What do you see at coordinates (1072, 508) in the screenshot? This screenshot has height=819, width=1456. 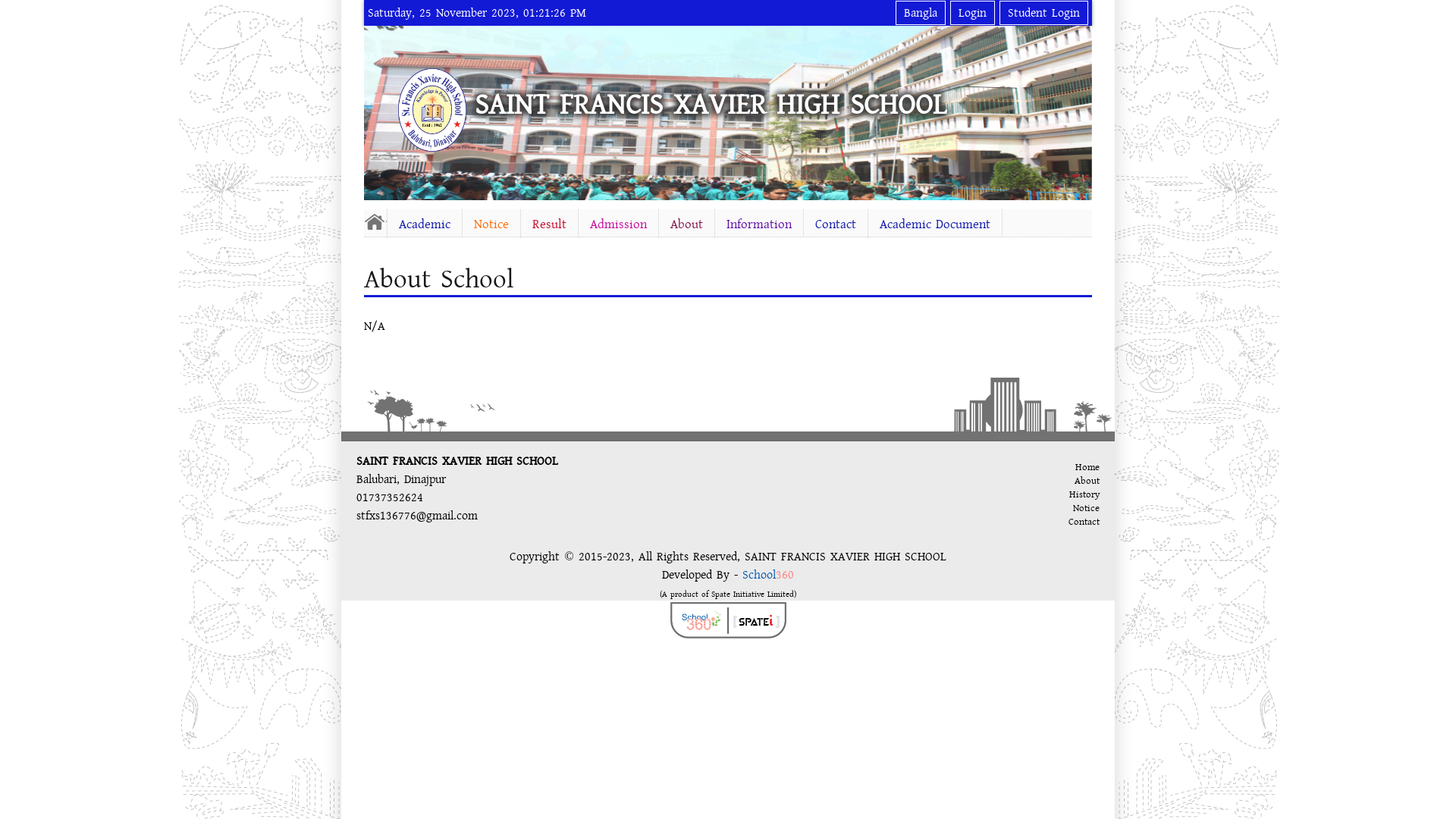 I see `'Notice'` at bounding box center [1072, 508].